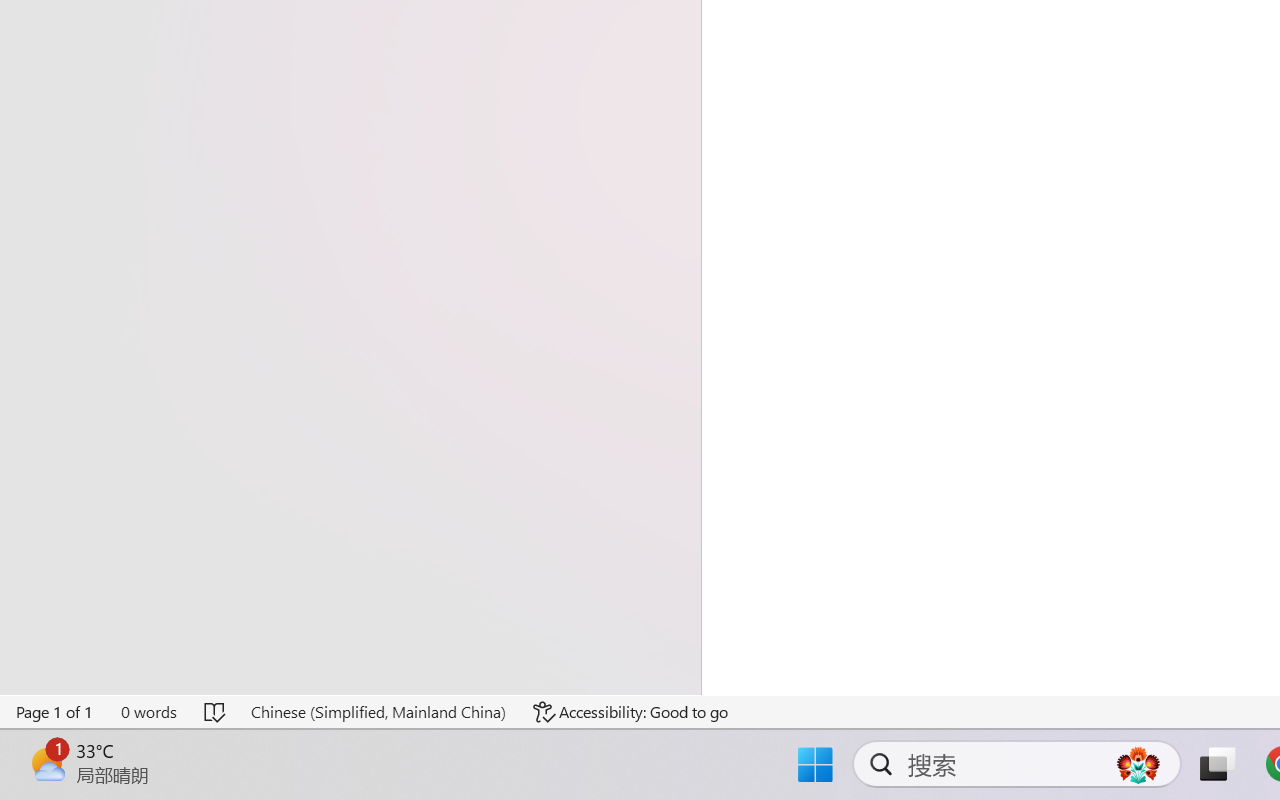 This screenshot has height=800, width=1280. Describe the element at coordinates (378, 711) in the screenshot. I see `'Language Chinese (Simplified, Mainland China)'` at that location.